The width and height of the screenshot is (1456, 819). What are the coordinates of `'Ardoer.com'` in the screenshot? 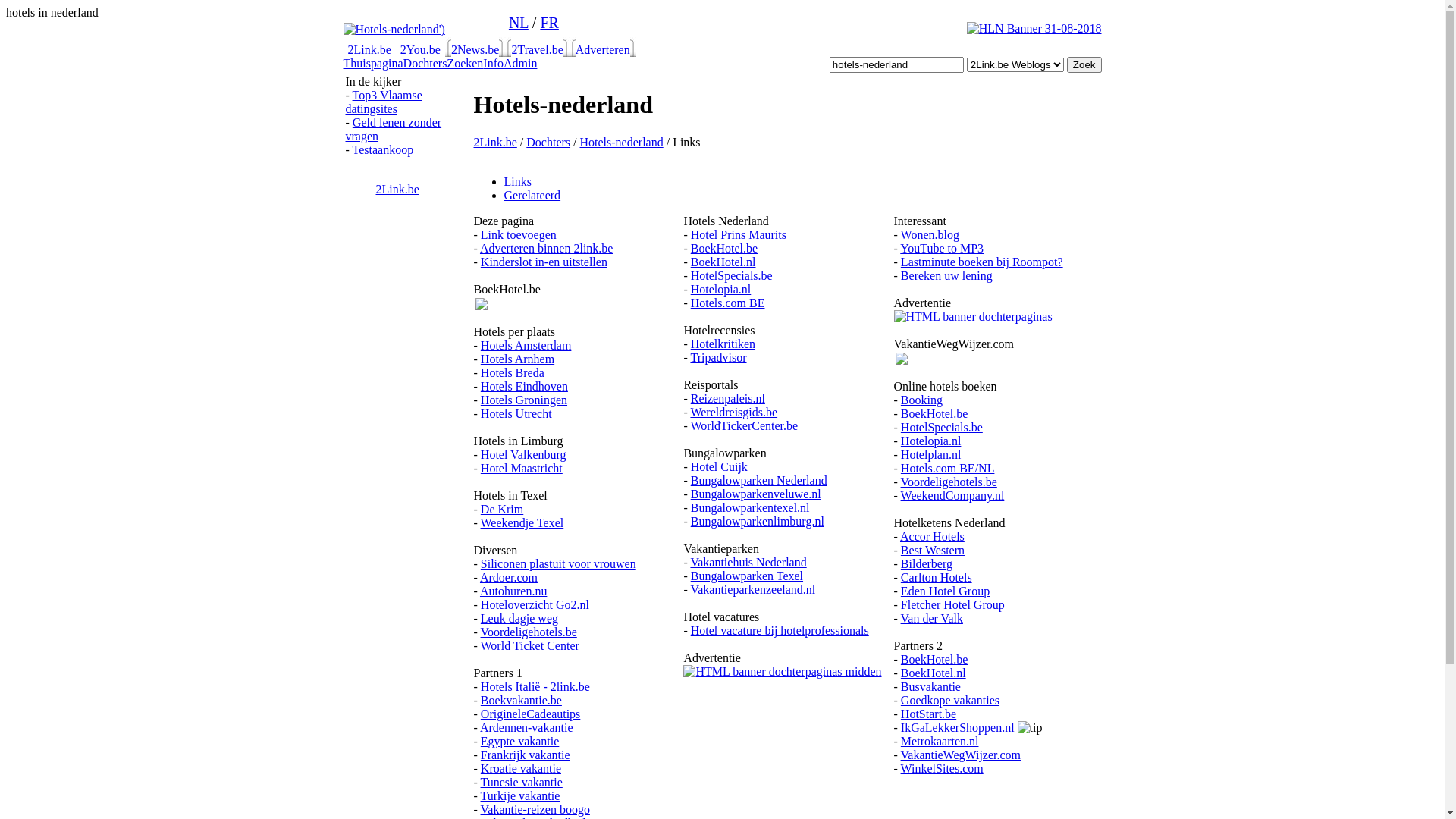 It's located at (509, 577).